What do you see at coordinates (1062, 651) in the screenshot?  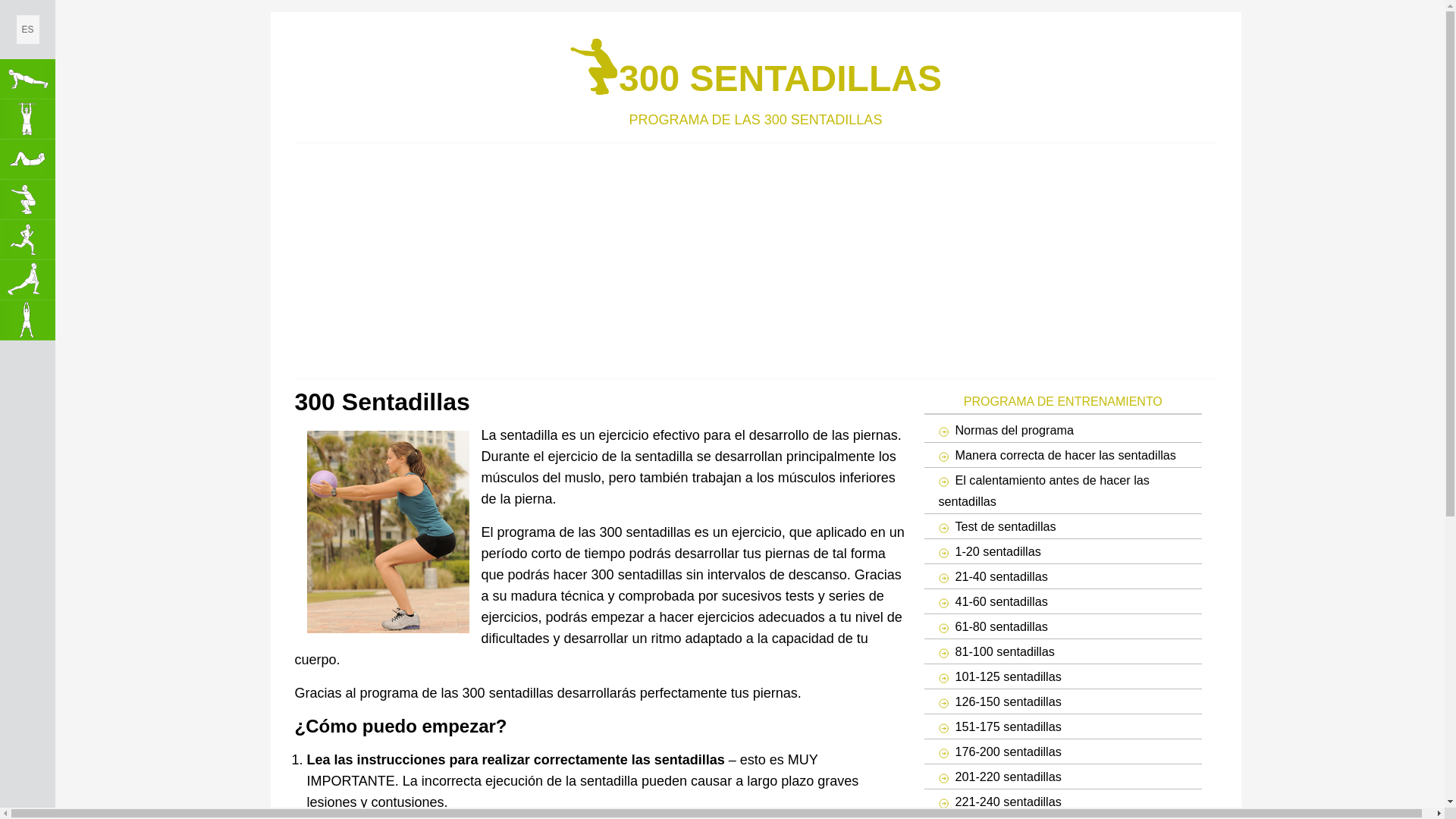 I see `'81-100 sentadillas'` at bounding box center [1062, 651].